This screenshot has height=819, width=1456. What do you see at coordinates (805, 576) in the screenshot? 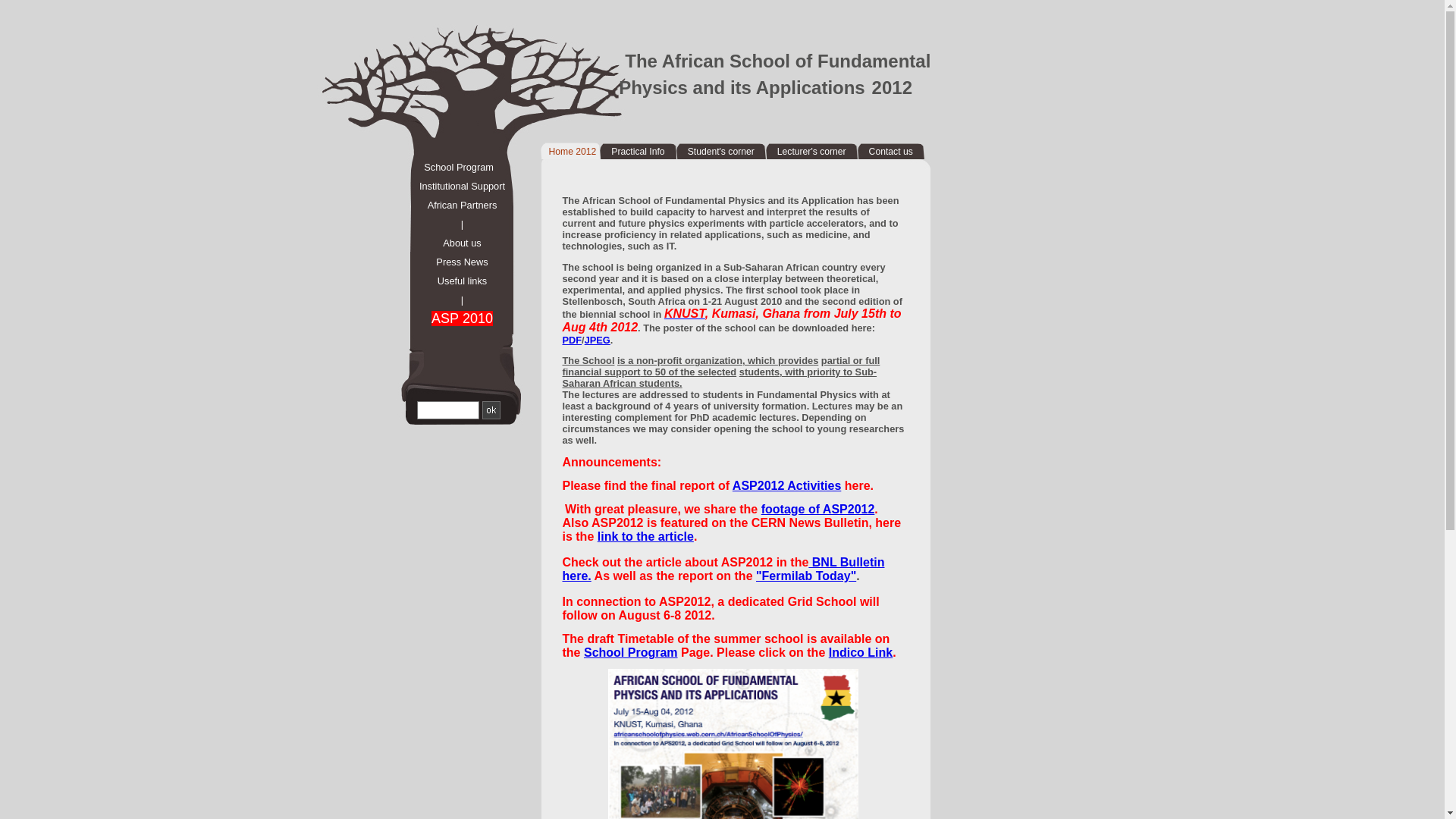
I see `'"Fermilab Today"'` at bounding box center [805, 576].